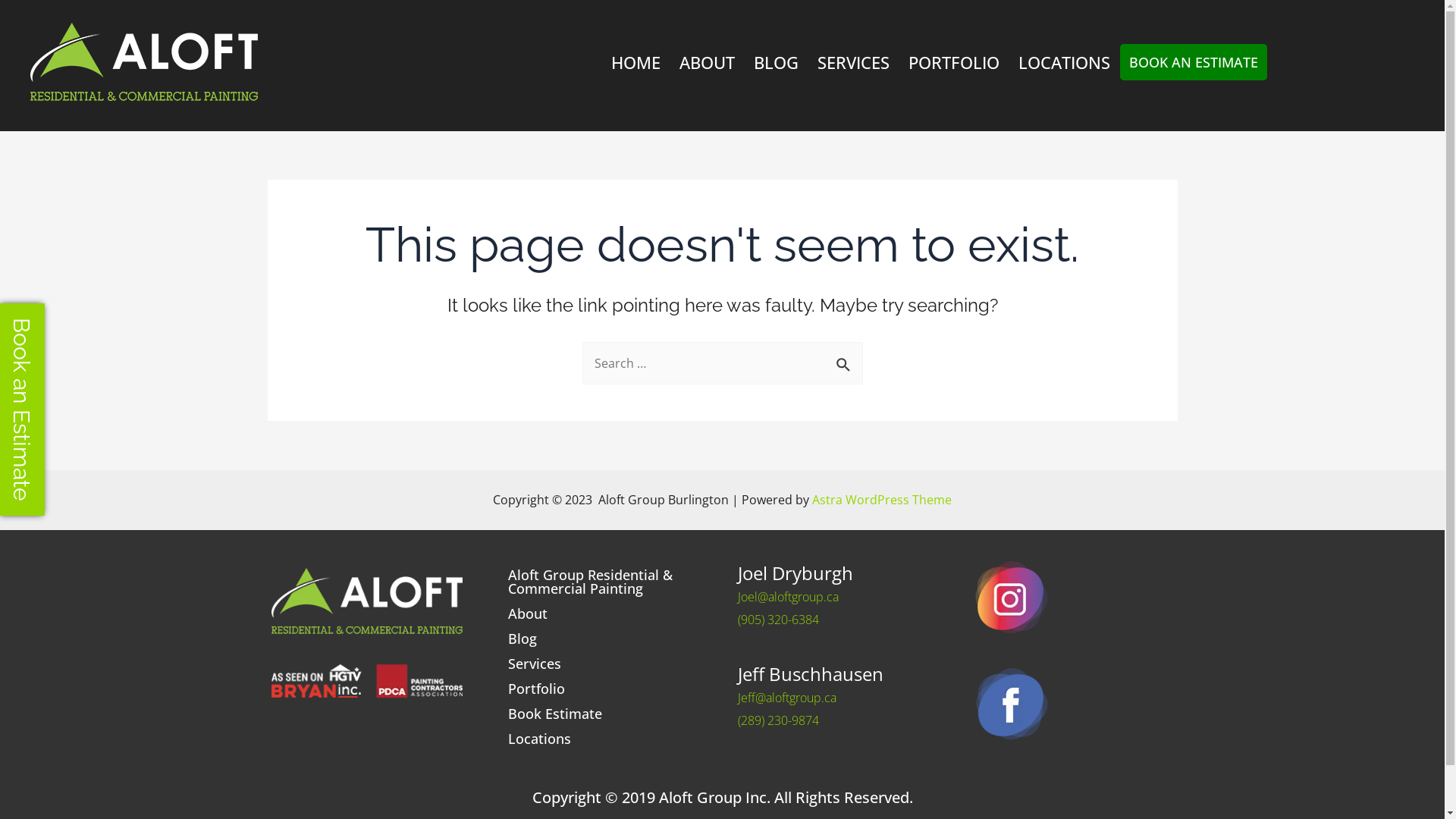 The height and width of the screenshot is (819, 1456). I want to click on 'Book Estimate', so click(603, 714).